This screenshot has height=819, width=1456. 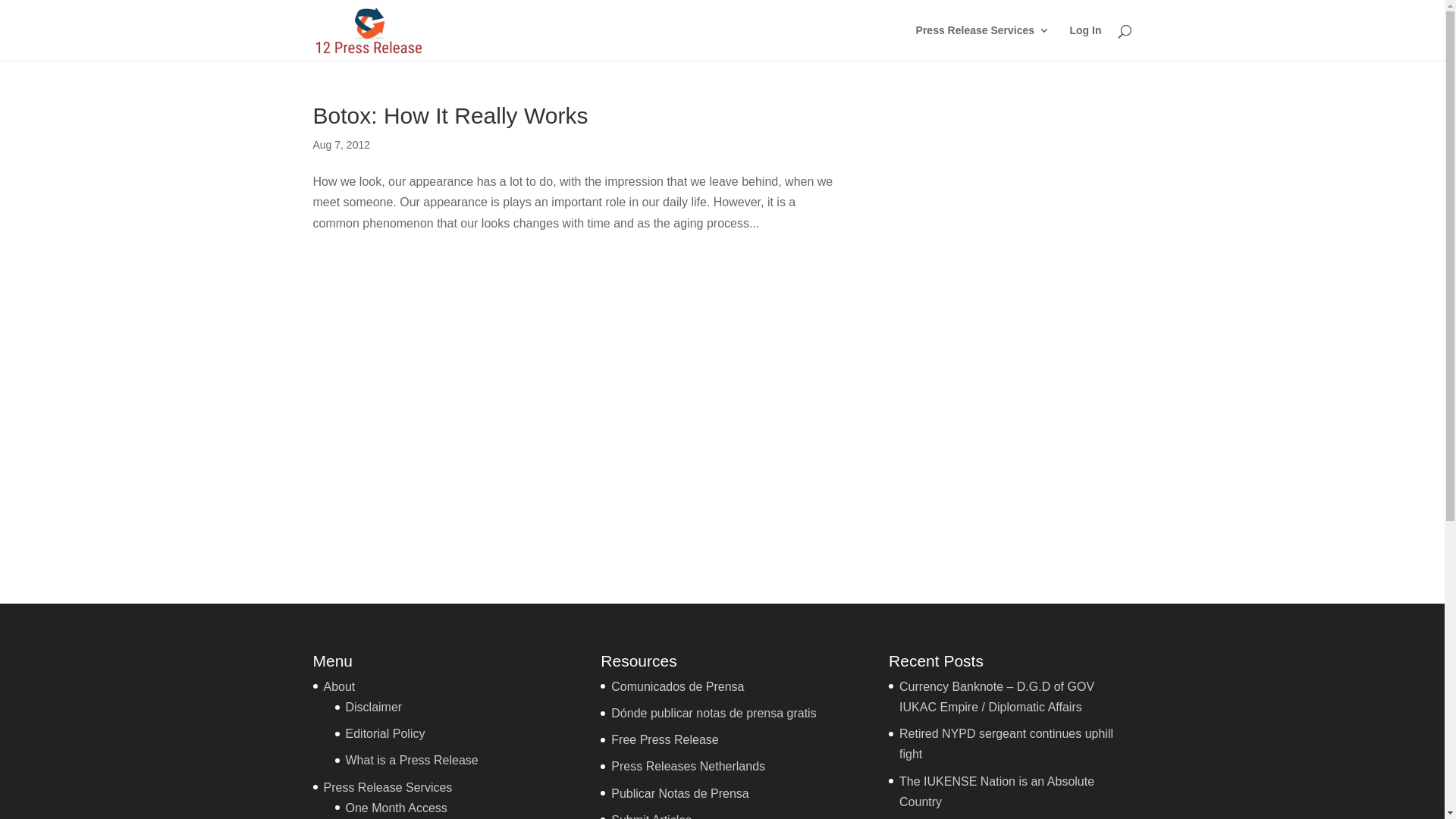 I want to click on 'Editorial Policy', so click(x=385, y=733).